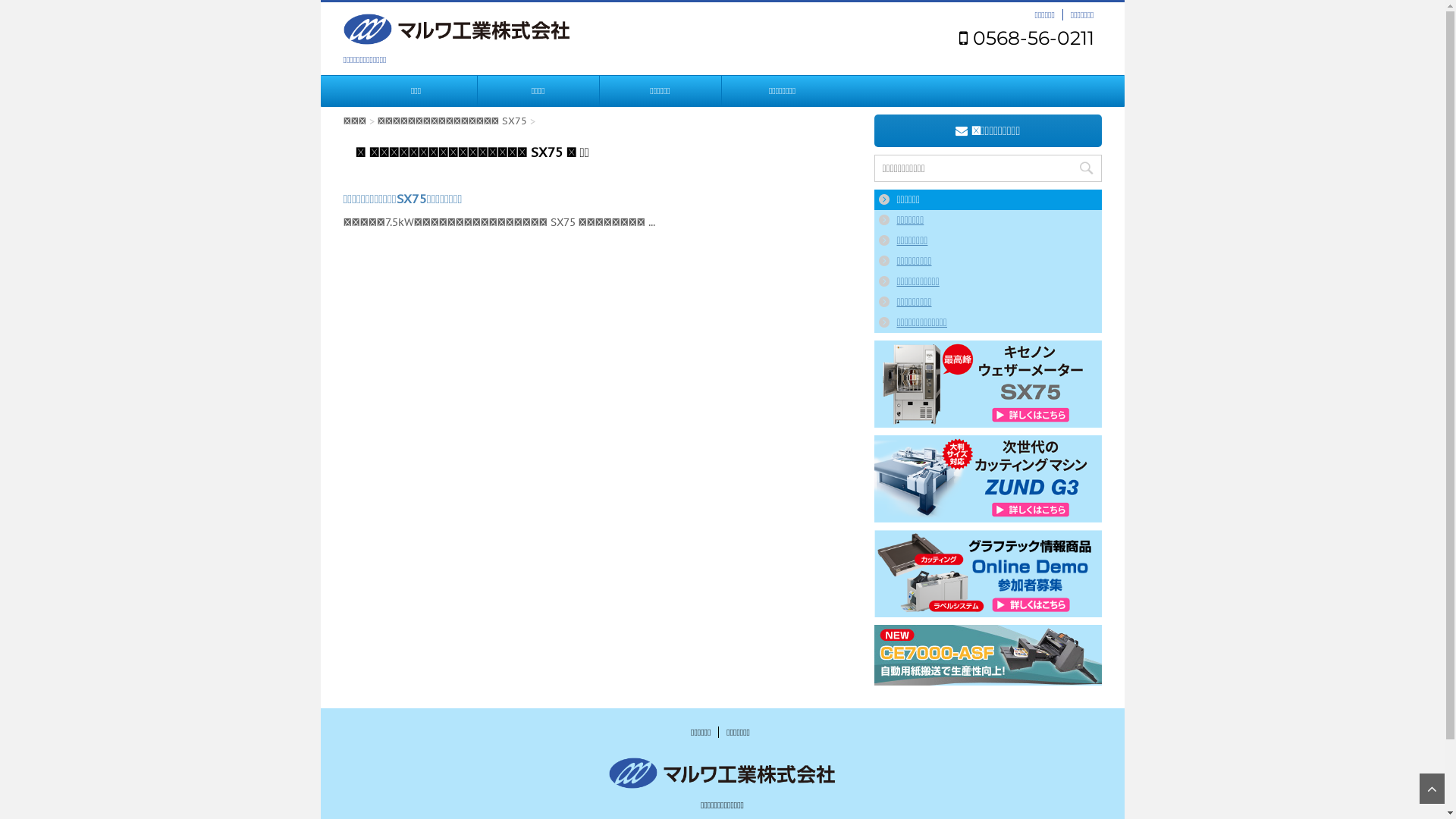  I want to click on ' 0568-56-0211', so click(1026, 37).